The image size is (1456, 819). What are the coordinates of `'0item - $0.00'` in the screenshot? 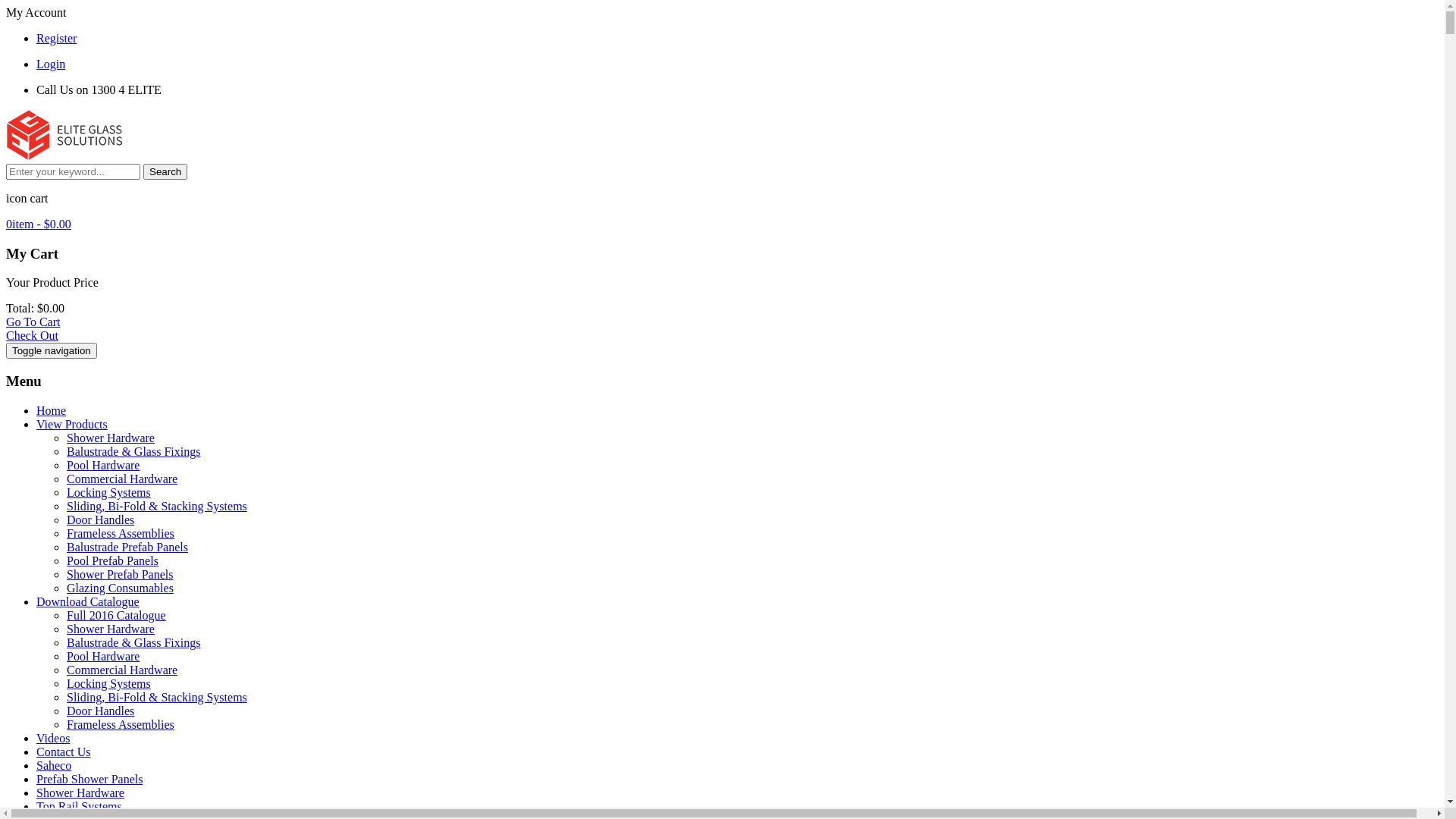 It's located at (39, 224).